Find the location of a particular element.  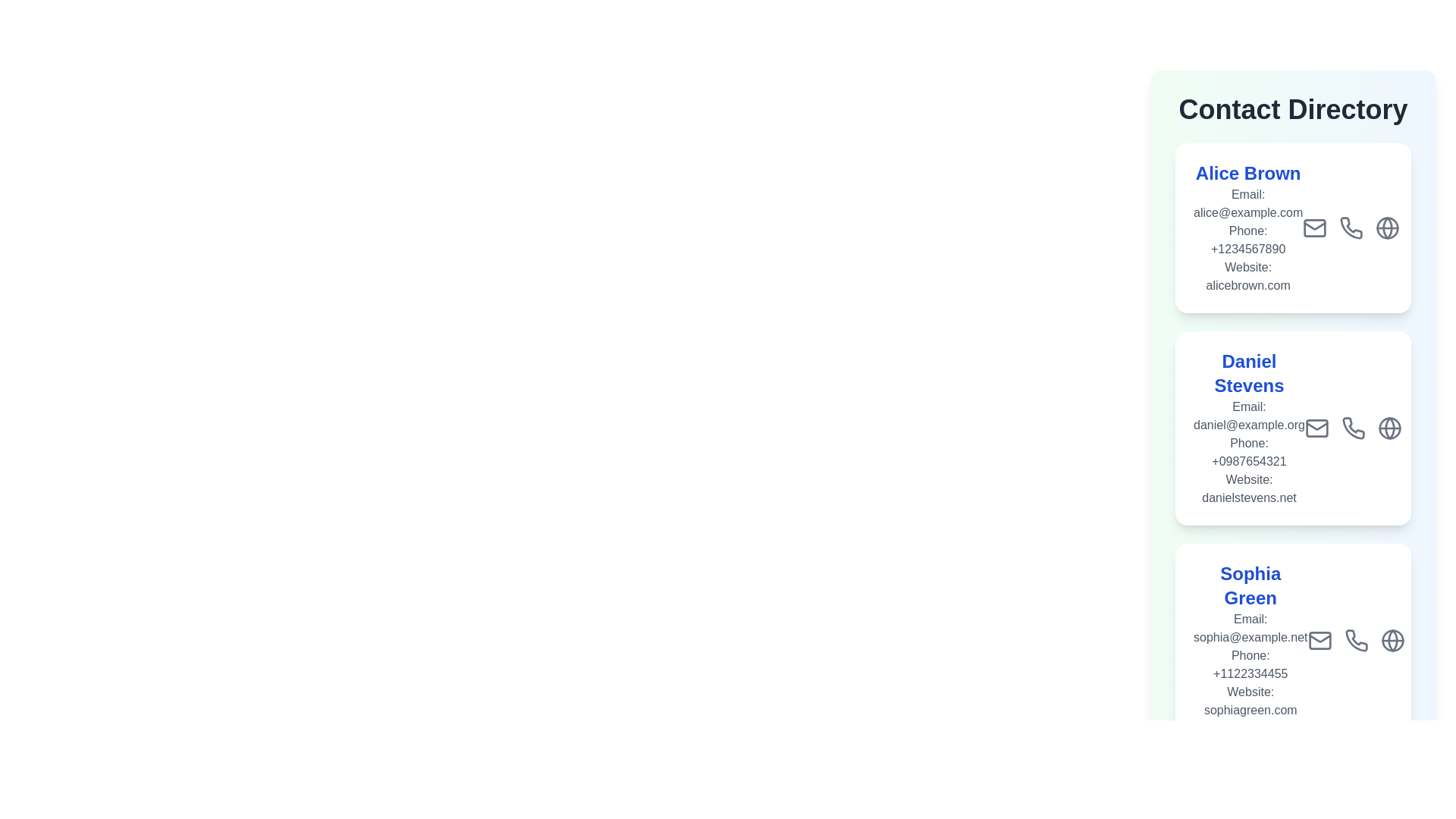

the contact card of Daniel Stevens is located at coordinates (1292, 428).